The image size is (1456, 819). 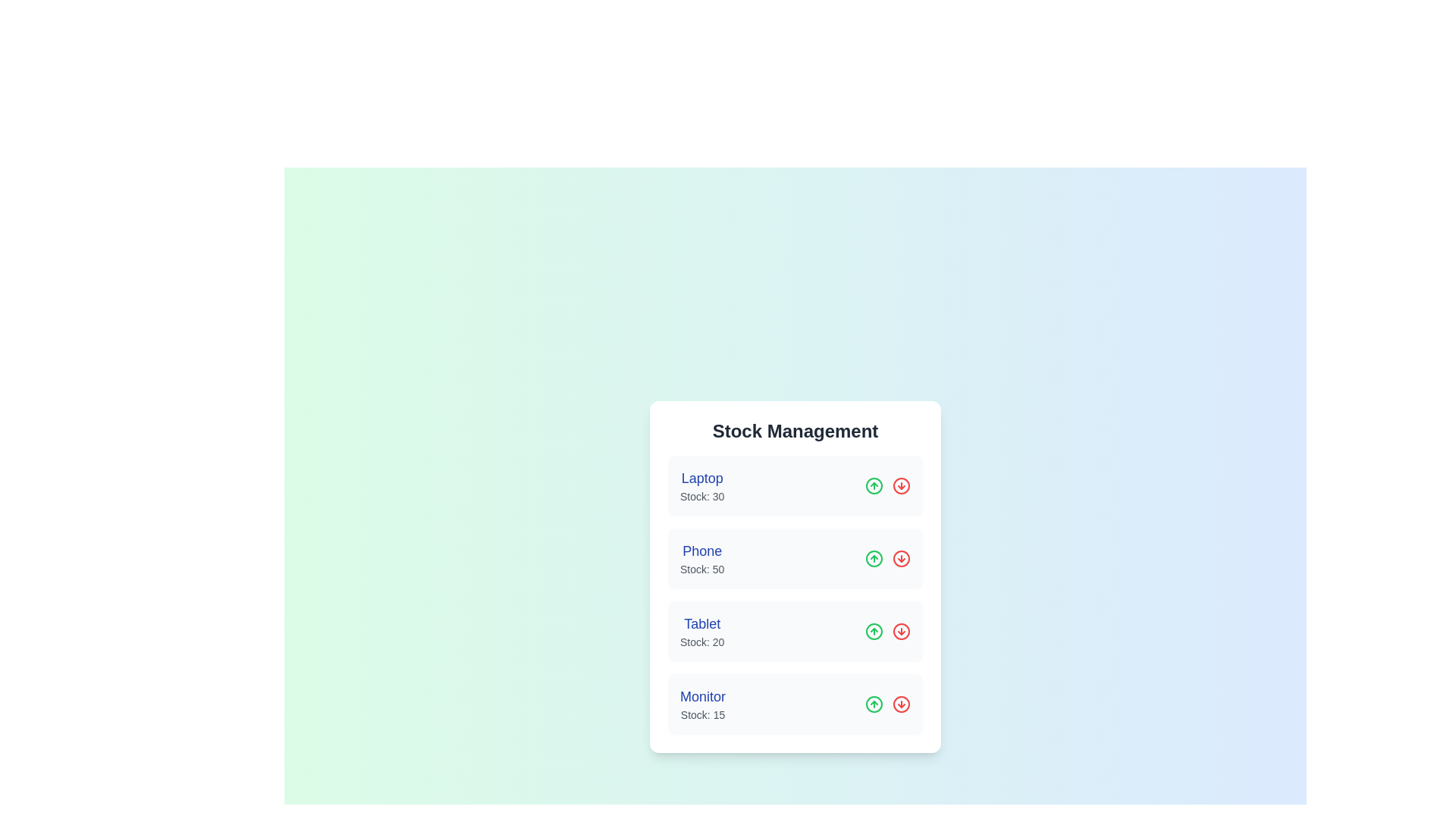 I want to click on the decrement icon for the product Tablet, so click(x=902, y=632).